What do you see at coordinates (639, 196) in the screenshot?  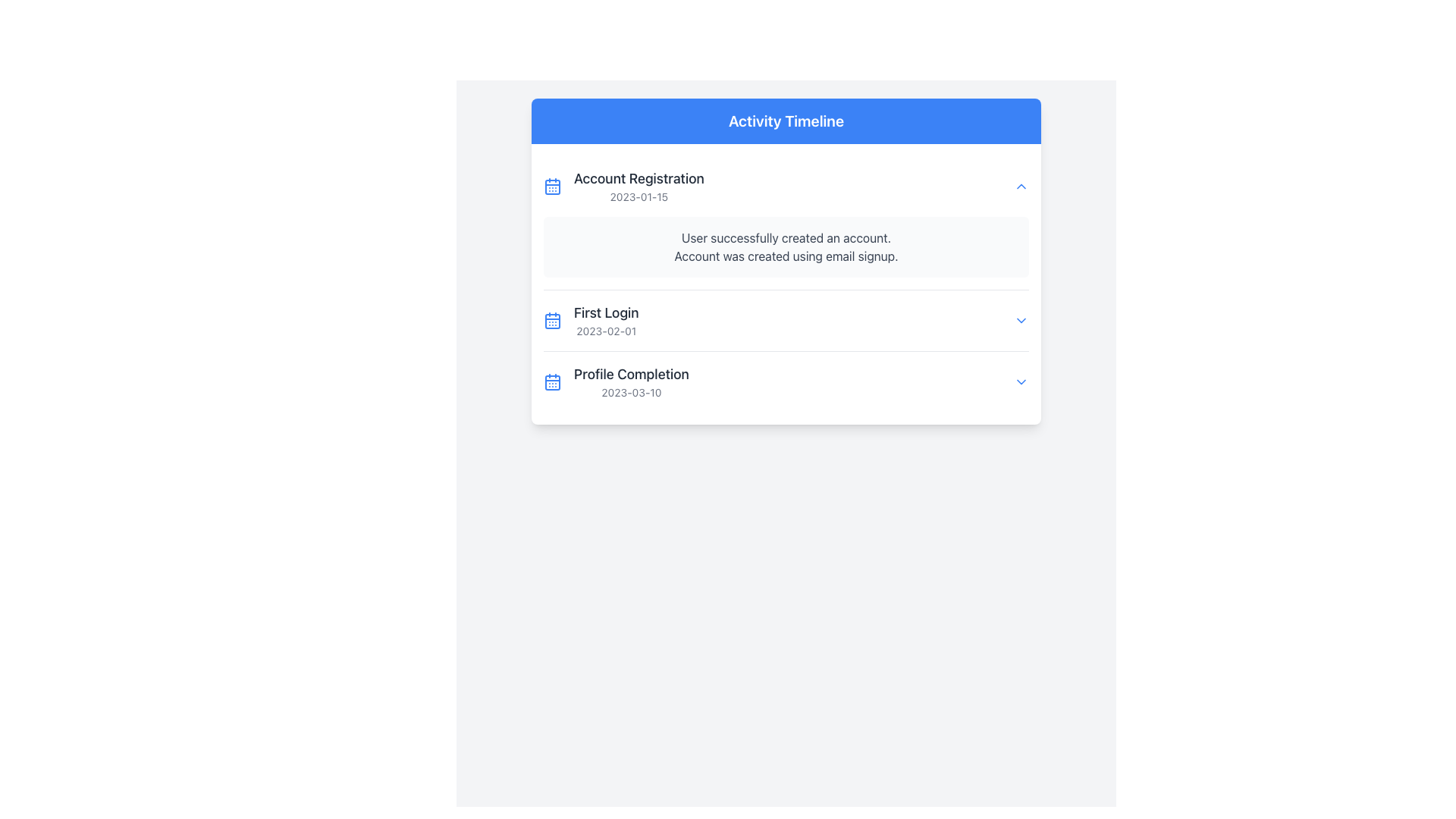 I see `informational text displaying the date associated with the 'Account Registration' milestone, located directly below the 'Account Registration' text in the timeline` at bounding box center [639, 196].